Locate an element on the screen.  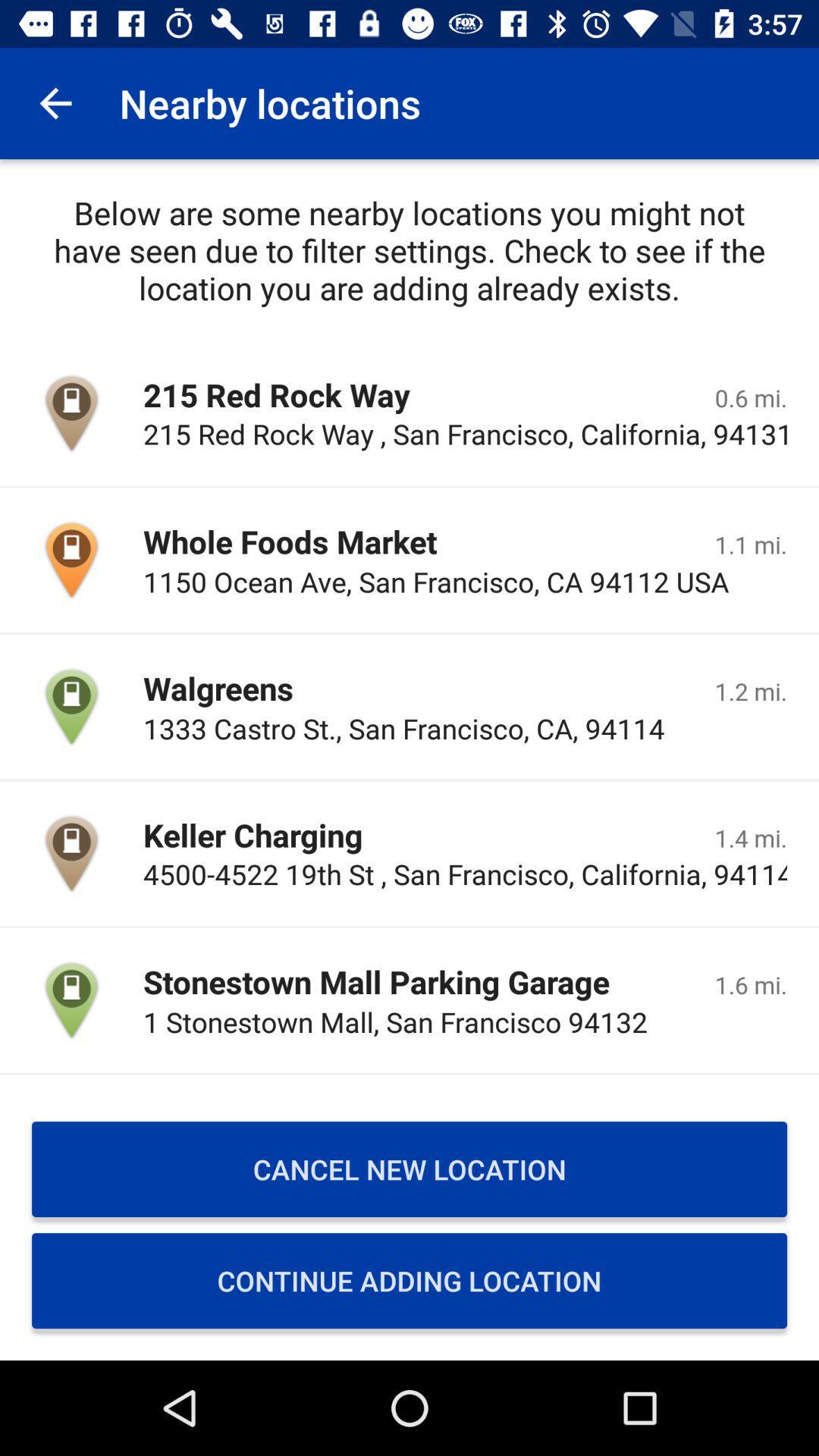
icon on the left side of whole foods market is located at coordinates (71, 559).